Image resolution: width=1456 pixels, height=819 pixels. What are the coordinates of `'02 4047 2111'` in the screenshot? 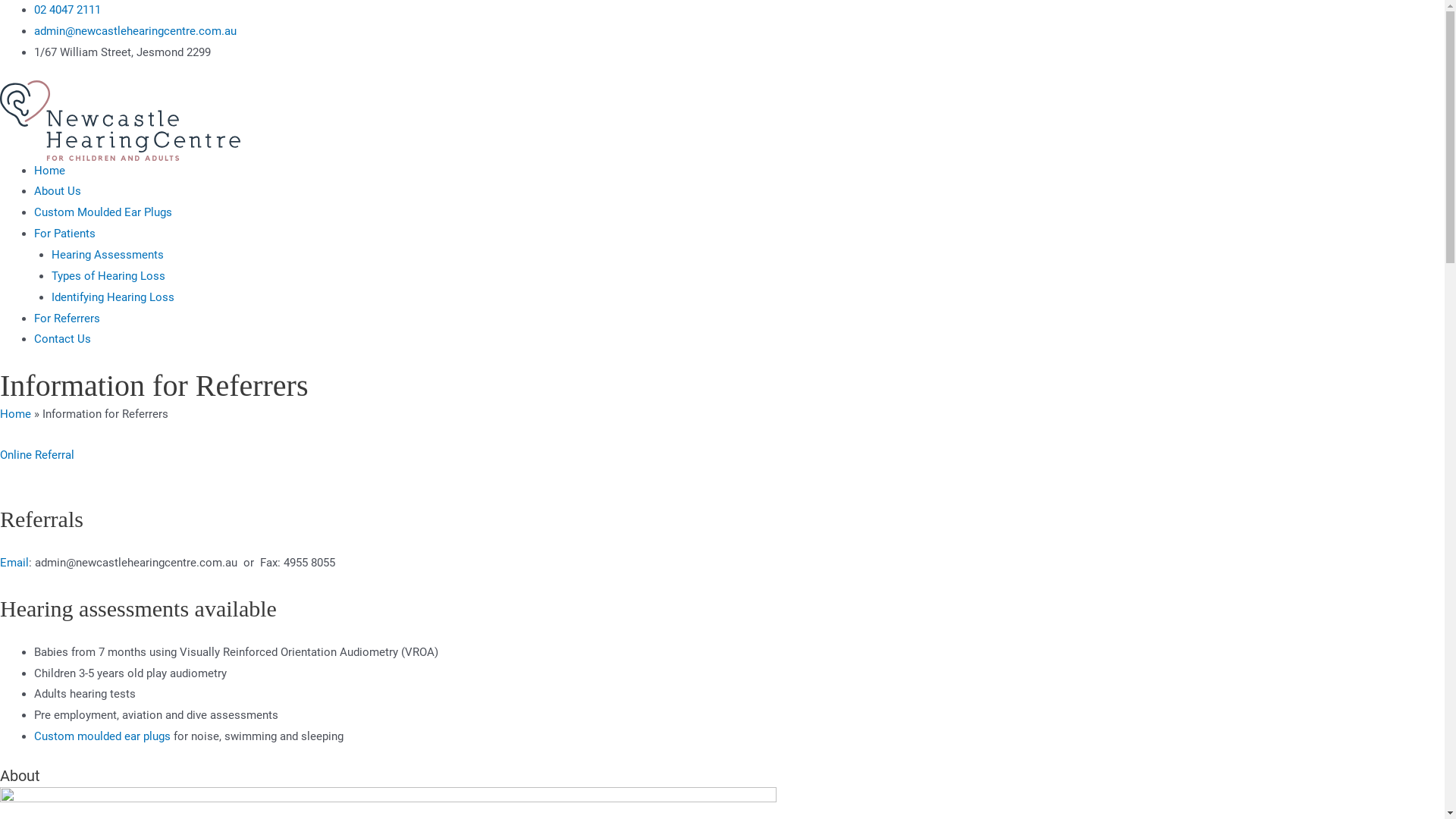 It's located at (67, 9).